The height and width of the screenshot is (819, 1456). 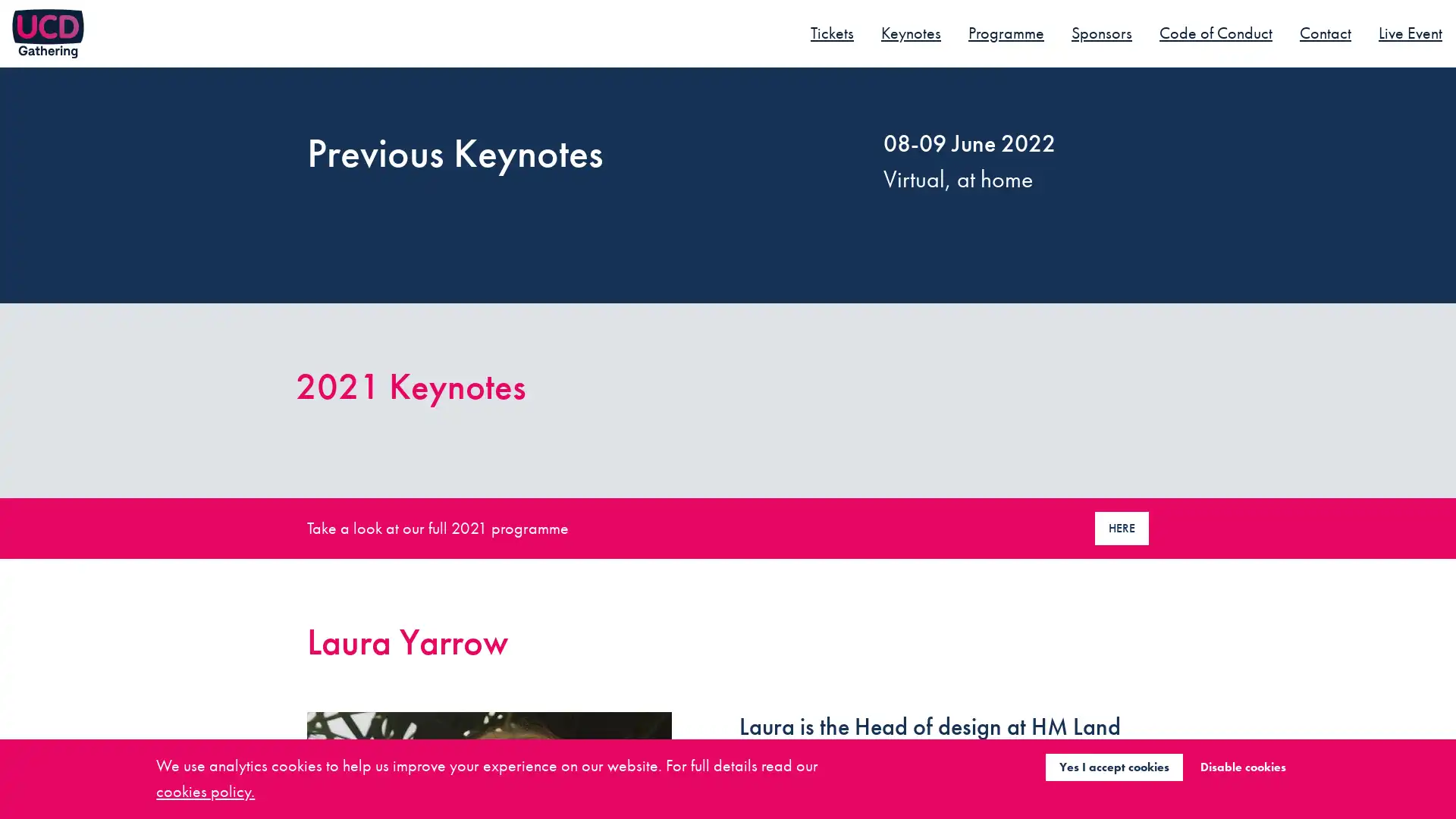 I want to click on Yes I accept cookies, so click(x=1113, y=766).